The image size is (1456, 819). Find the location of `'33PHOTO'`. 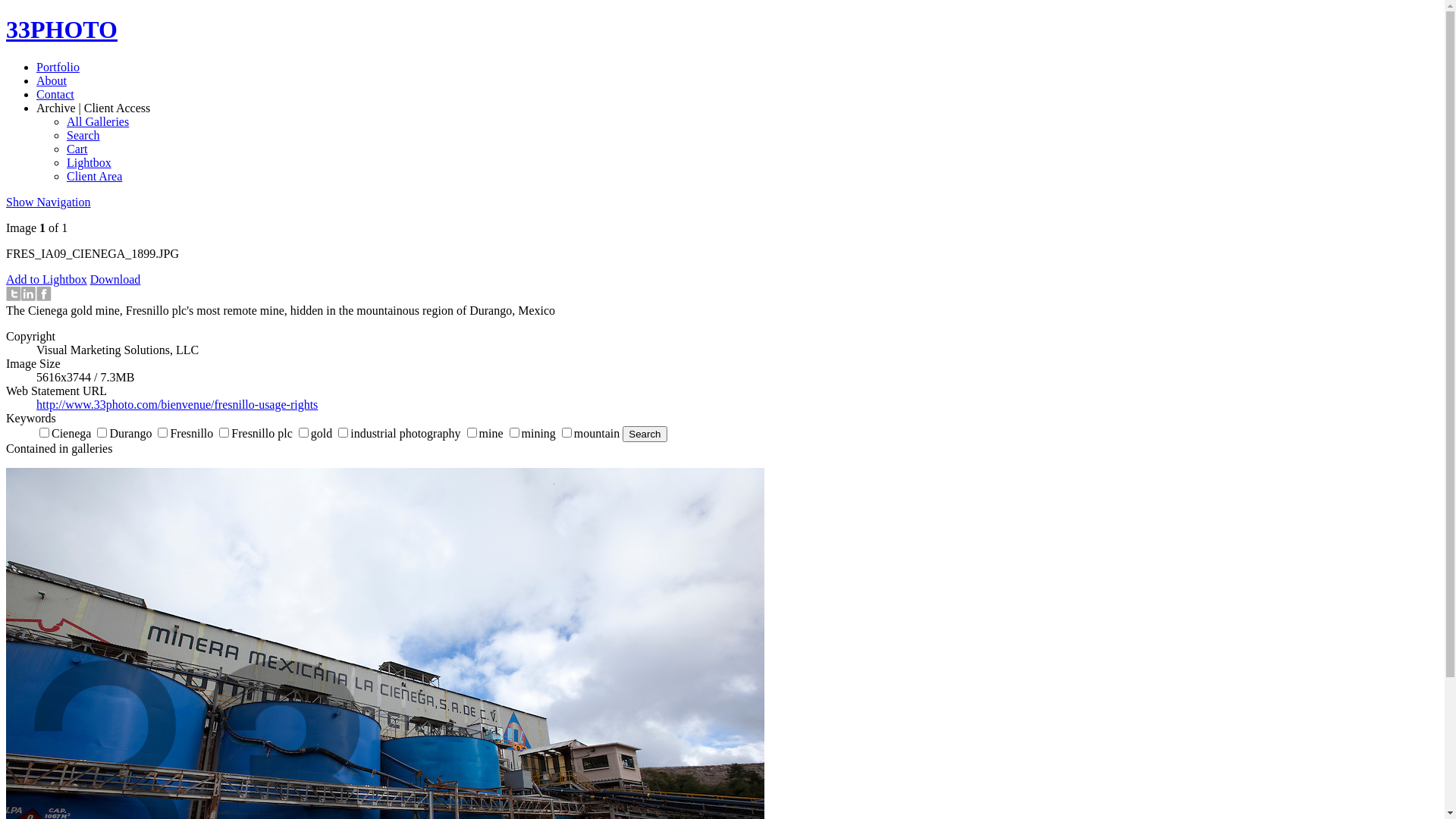

'33PHOTO' is located at coordinates (61, 29).